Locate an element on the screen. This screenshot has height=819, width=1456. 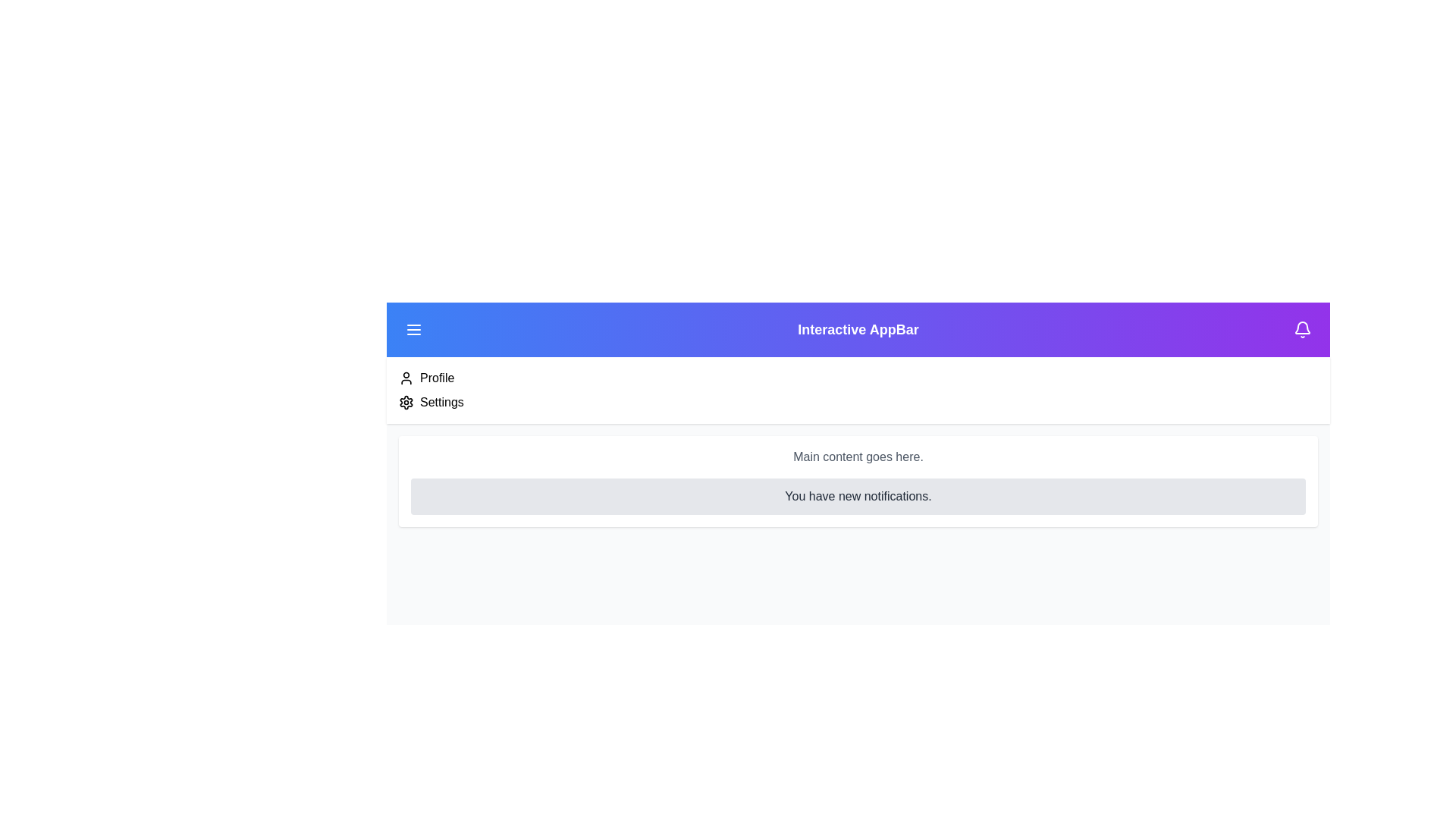
the bell button in the header to toggle the notifications display is located at coordinates (1302, 329).